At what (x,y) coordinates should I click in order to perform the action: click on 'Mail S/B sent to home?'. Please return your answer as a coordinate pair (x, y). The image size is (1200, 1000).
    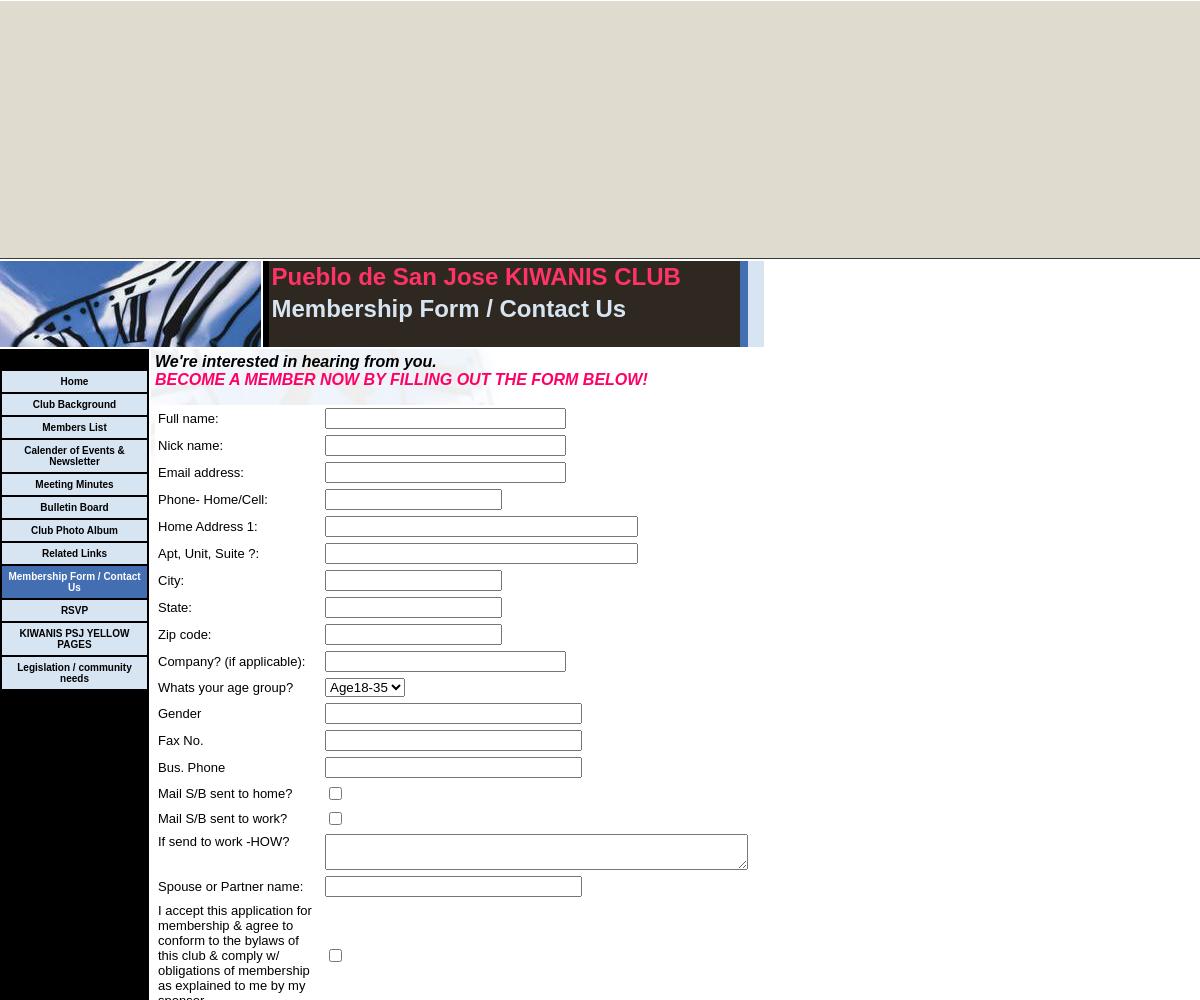
    Looking at the image, I should click on (224, 793).